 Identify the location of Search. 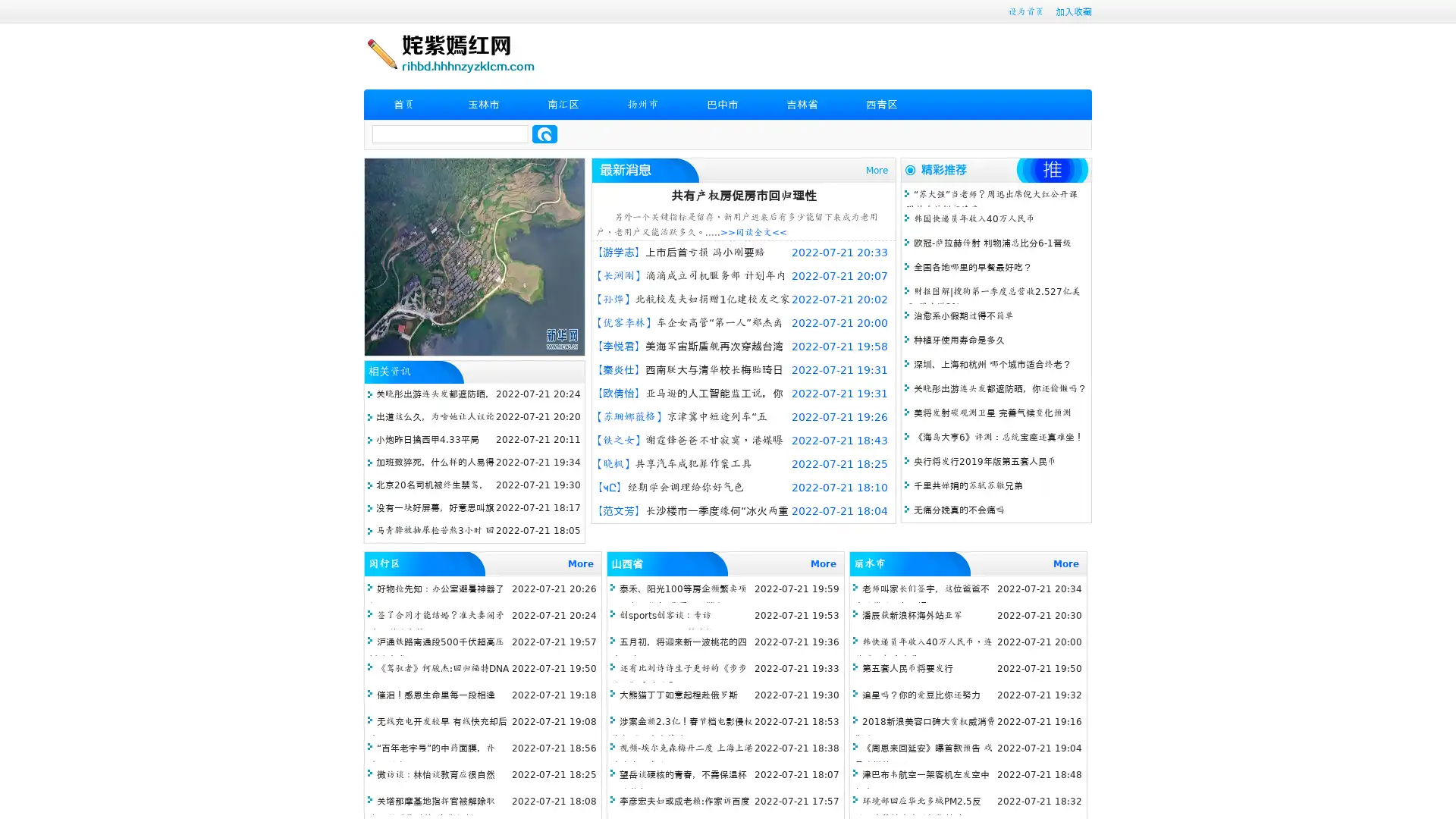
(544, 133).